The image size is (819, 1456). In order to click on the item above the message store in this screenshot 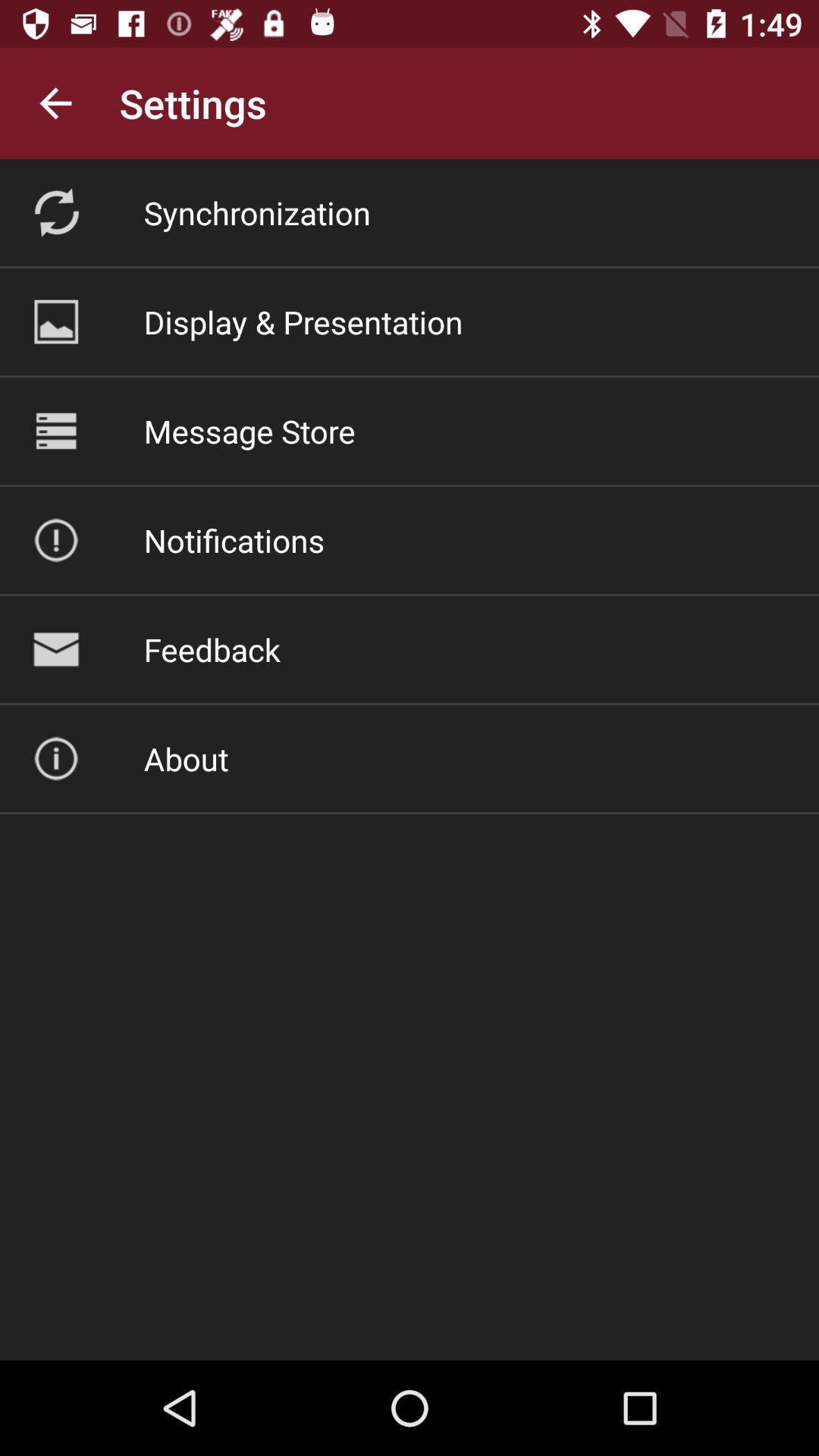, I will do `click(303, 321)`.